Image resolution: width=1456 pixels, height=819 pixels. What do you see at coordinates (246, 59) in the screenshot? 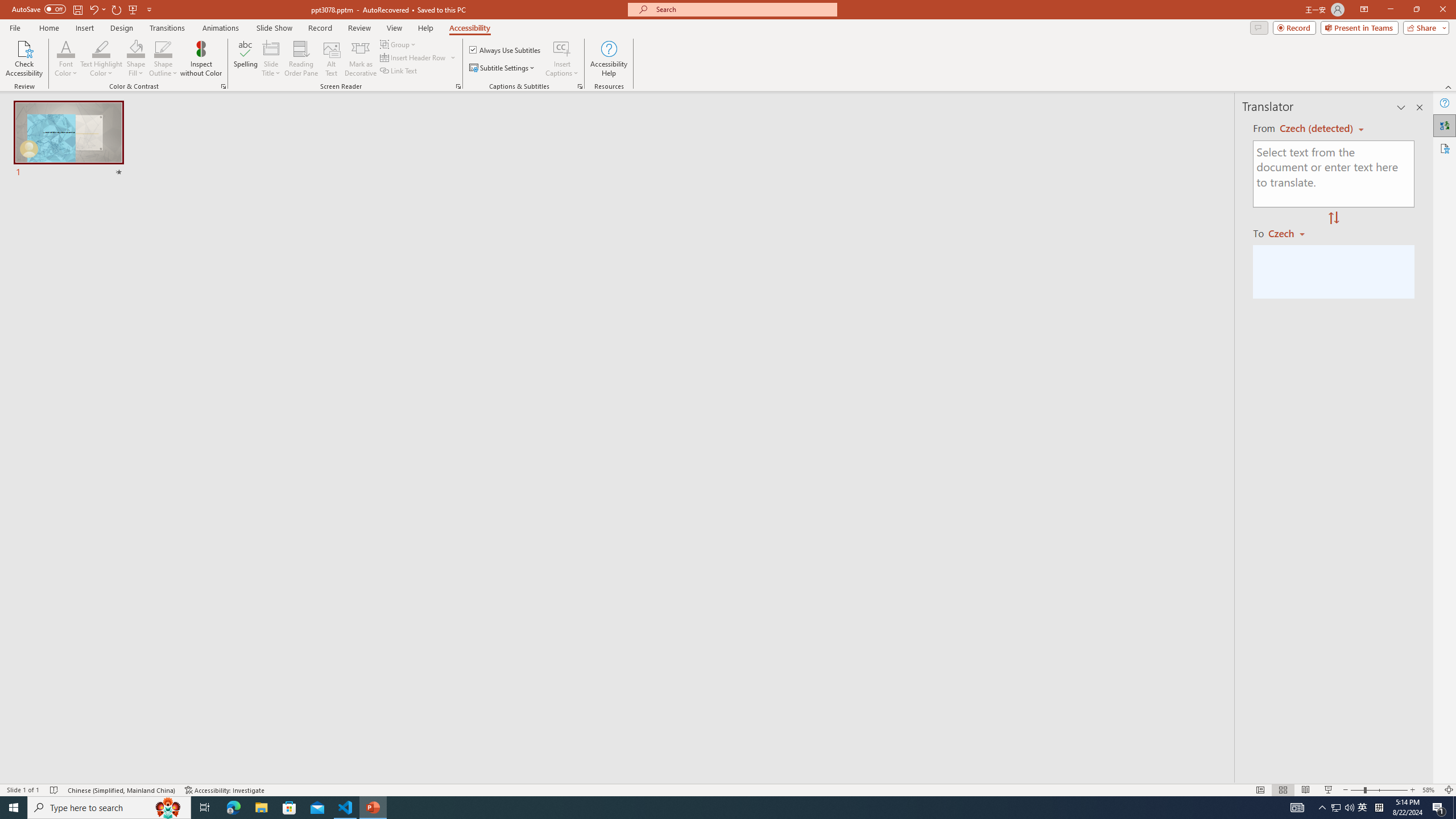
I see `'Spelling...'` at bounding box center [246, 59].